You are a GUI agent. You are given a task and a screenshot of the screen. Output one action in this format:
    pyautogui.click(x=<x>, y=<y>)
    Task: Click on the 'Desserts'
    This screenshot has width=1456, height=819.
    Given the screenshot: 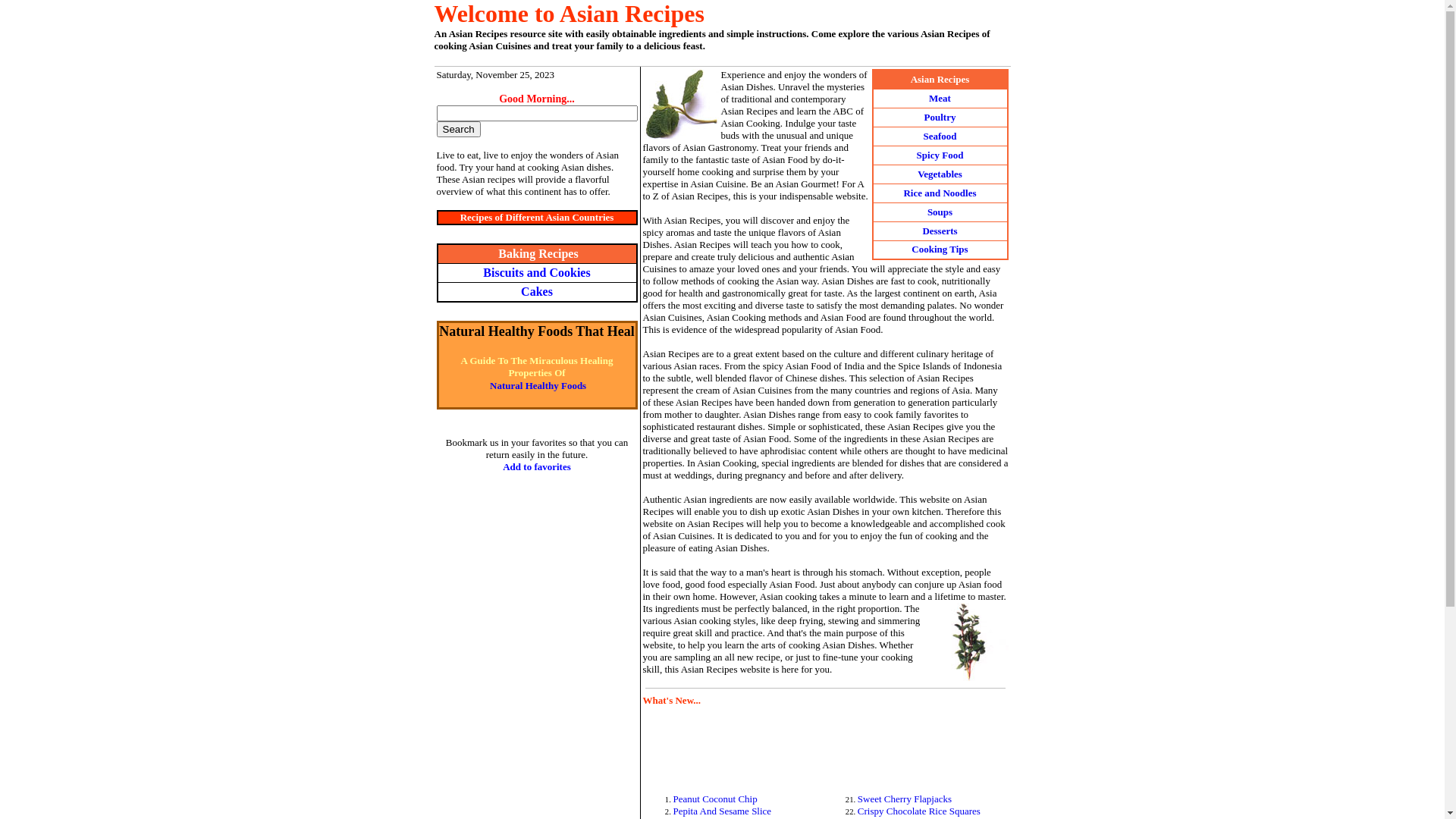 What is the action you would take?
    pyautogui.click(x=938, y=230)
    